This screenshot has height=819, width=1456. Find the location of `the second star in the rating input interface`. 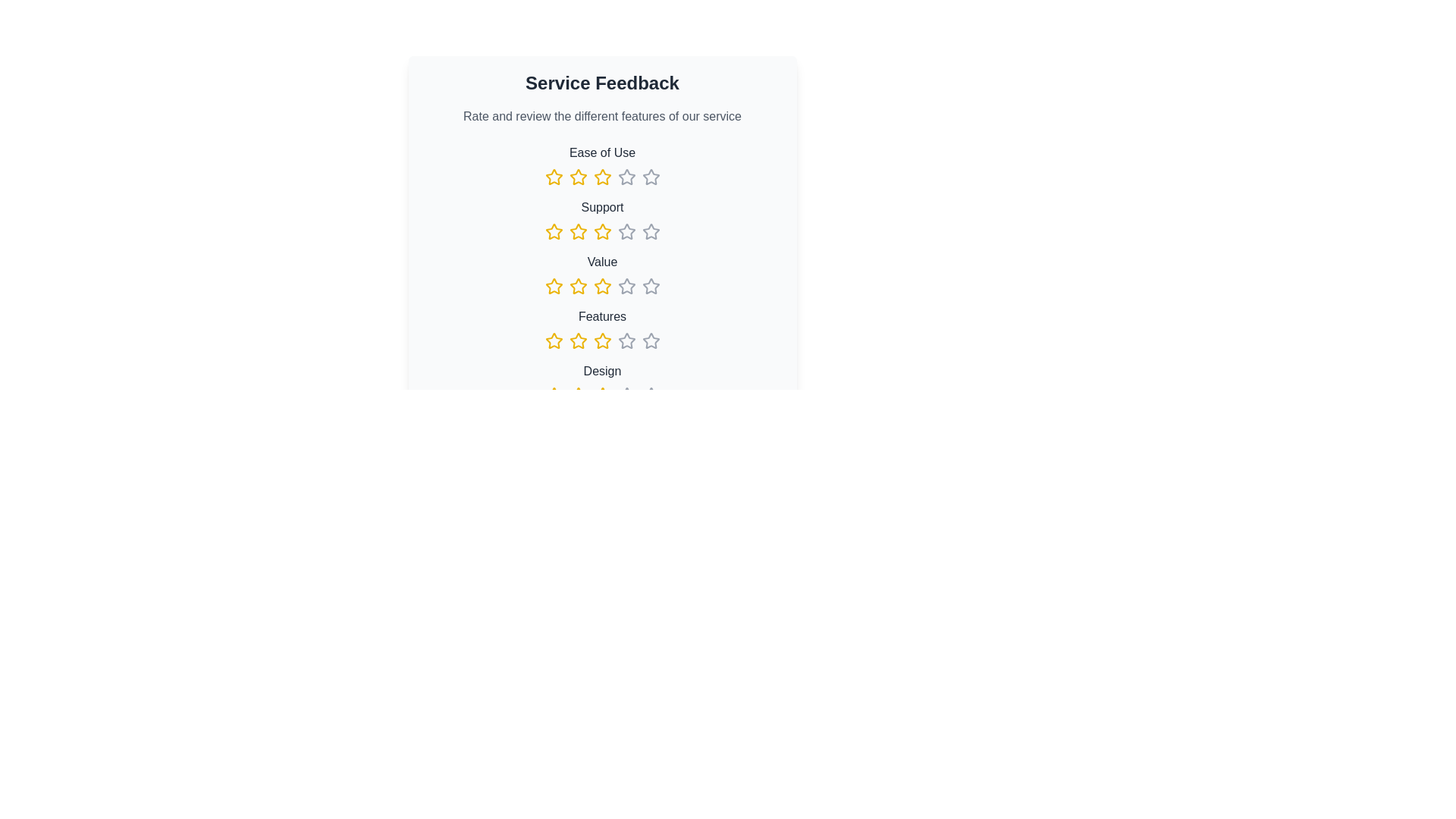

the second star in the rating input interface is located at coordinates (577, 287).